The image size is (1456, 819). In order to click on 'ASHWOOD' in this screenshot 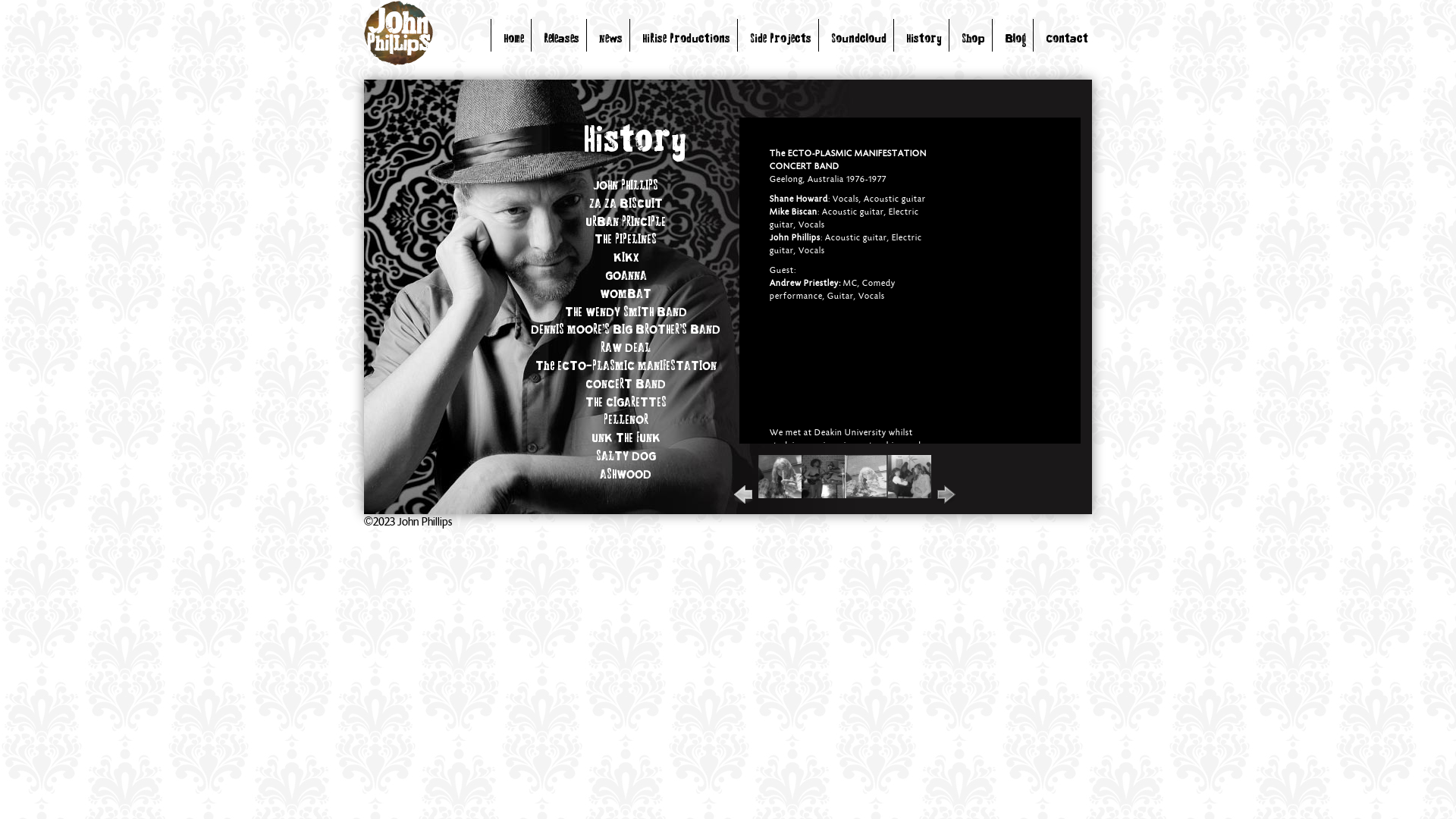, I will do `click(626, 475)`.